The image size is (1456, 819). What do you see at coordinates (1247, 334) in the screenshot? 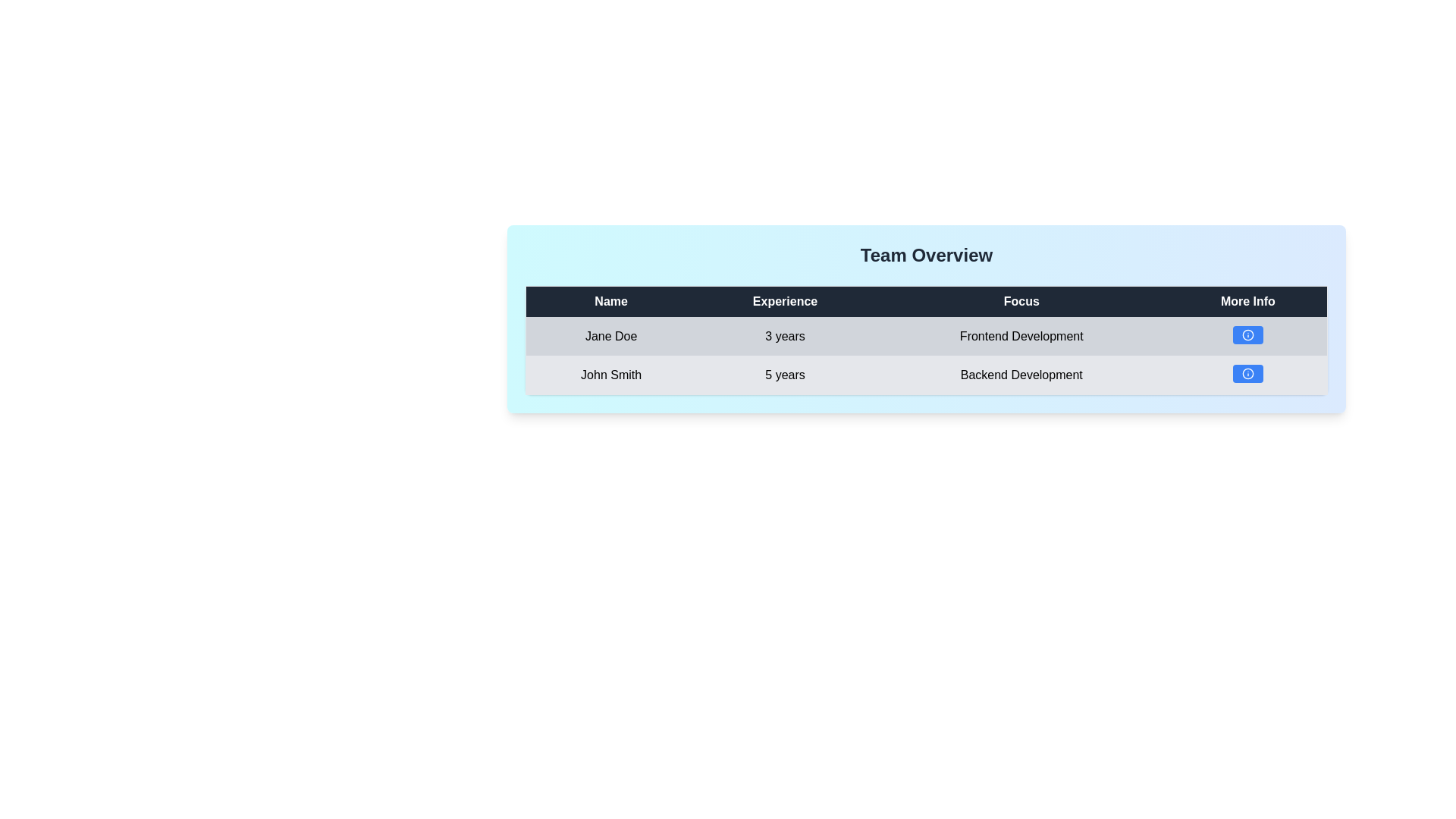
I see `the button in the 'More Info' column of the first row in the 'Team Overview' table` at bounding box center [1247, 334].